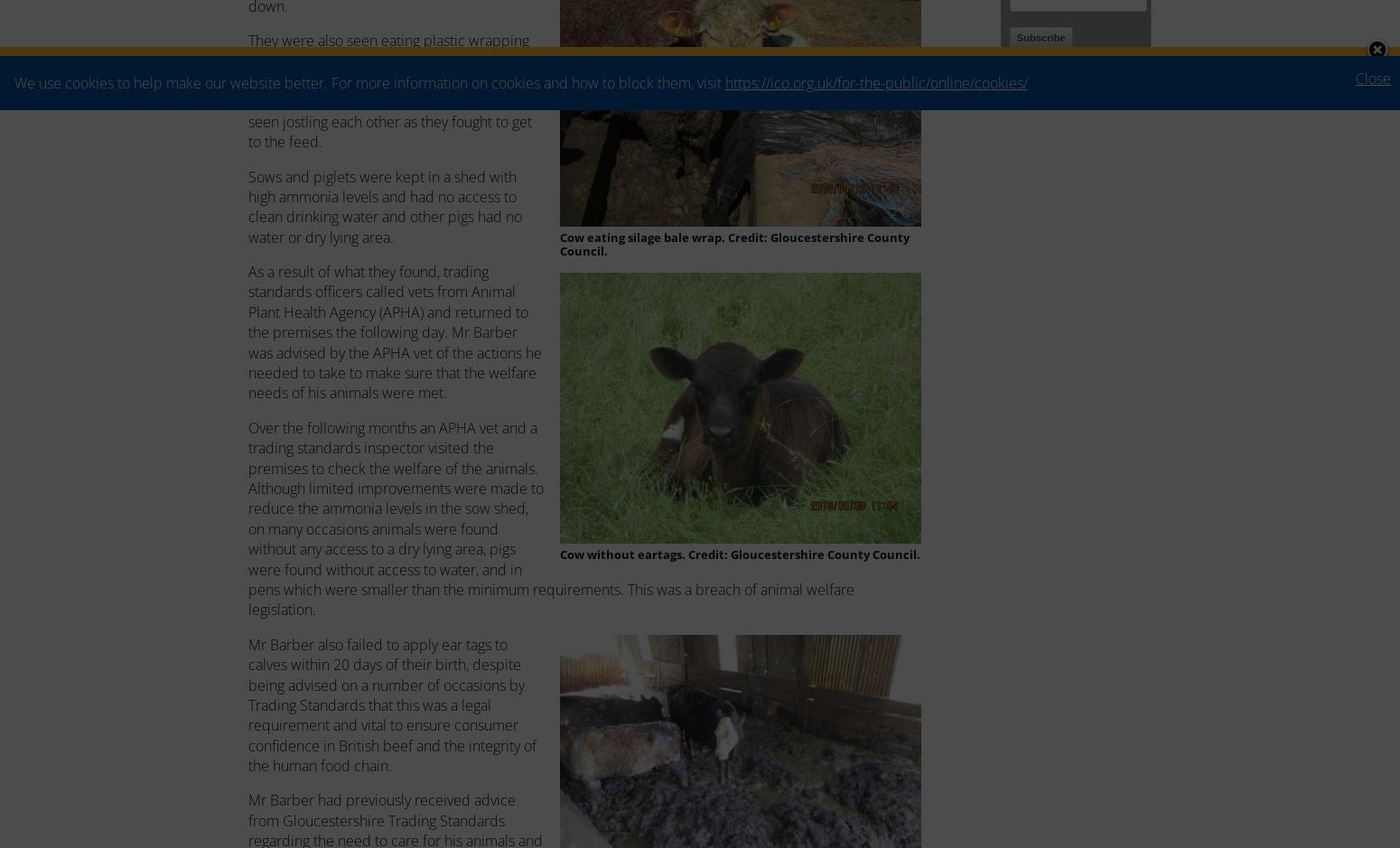 This screenshot has width=1400, height=848. Describe the element at coordinates (395, 331) in the screenshot. I see `'As a result of what they found, trading standards officers called vets from Animal Plant Health Agency (APHA) and returned to  the premises the following day. Mr Barber was advised by the APHA vet of the actions he needed to take to make sure that the welfare needs of his animals were met.'` at that location.